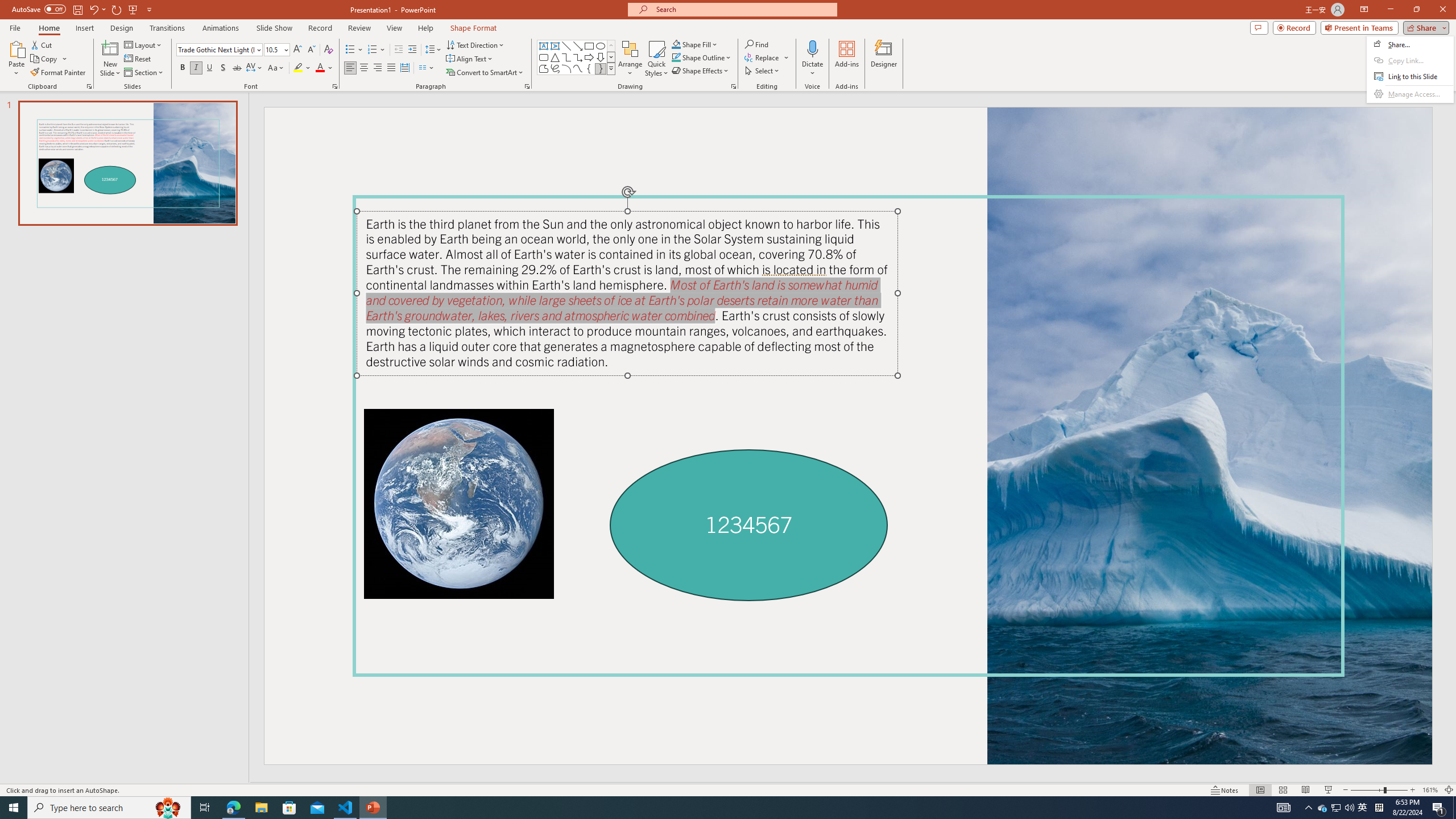 The height and width of the screenshot is (819, 1456). Describe the element at coordinates (473, 28) in the screenshot. I see `'Shape Format'` at that location.